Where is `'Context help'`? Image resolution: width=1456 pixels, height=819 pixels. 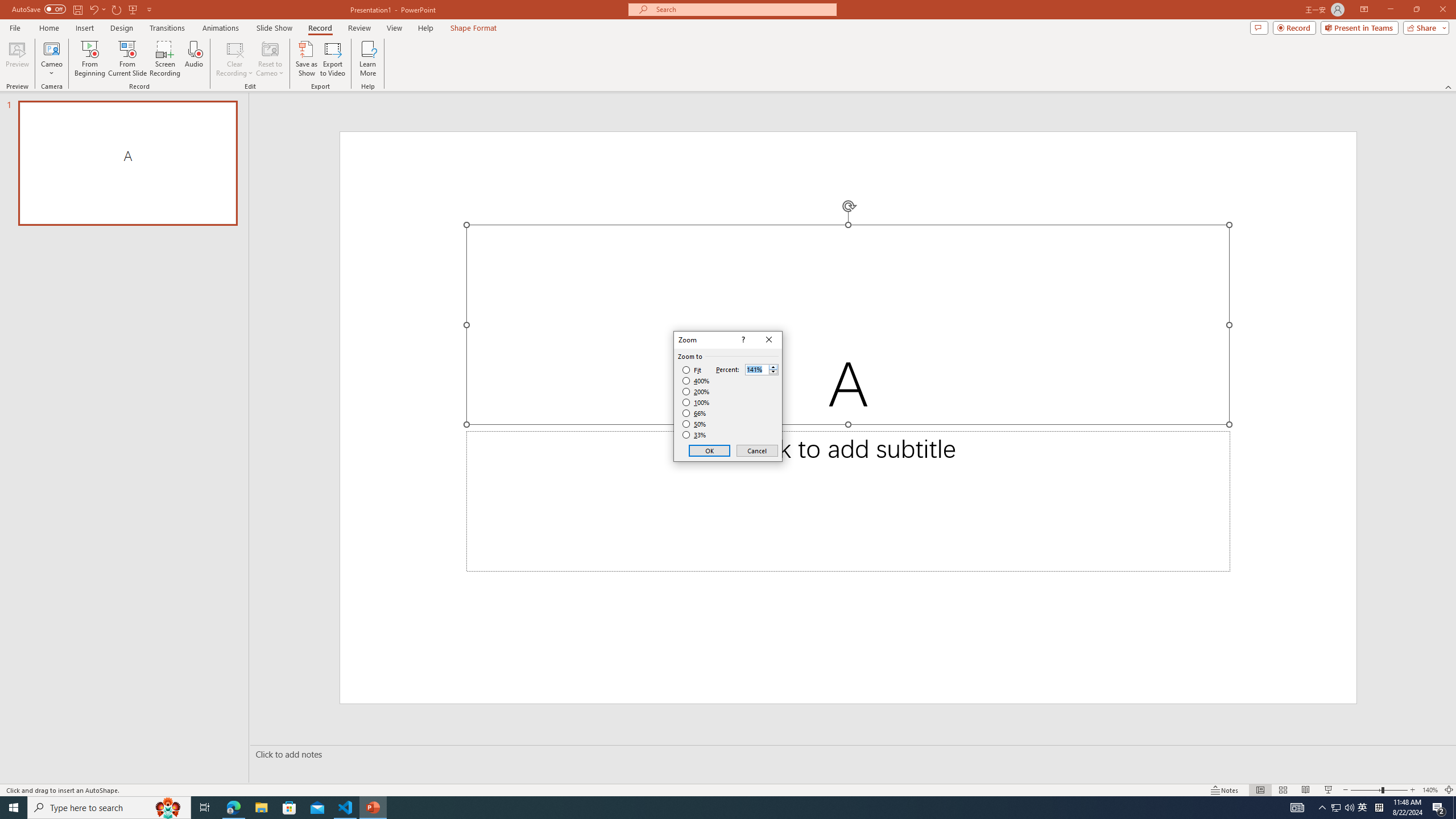 'Context help' is located at coordinates (742, 340).